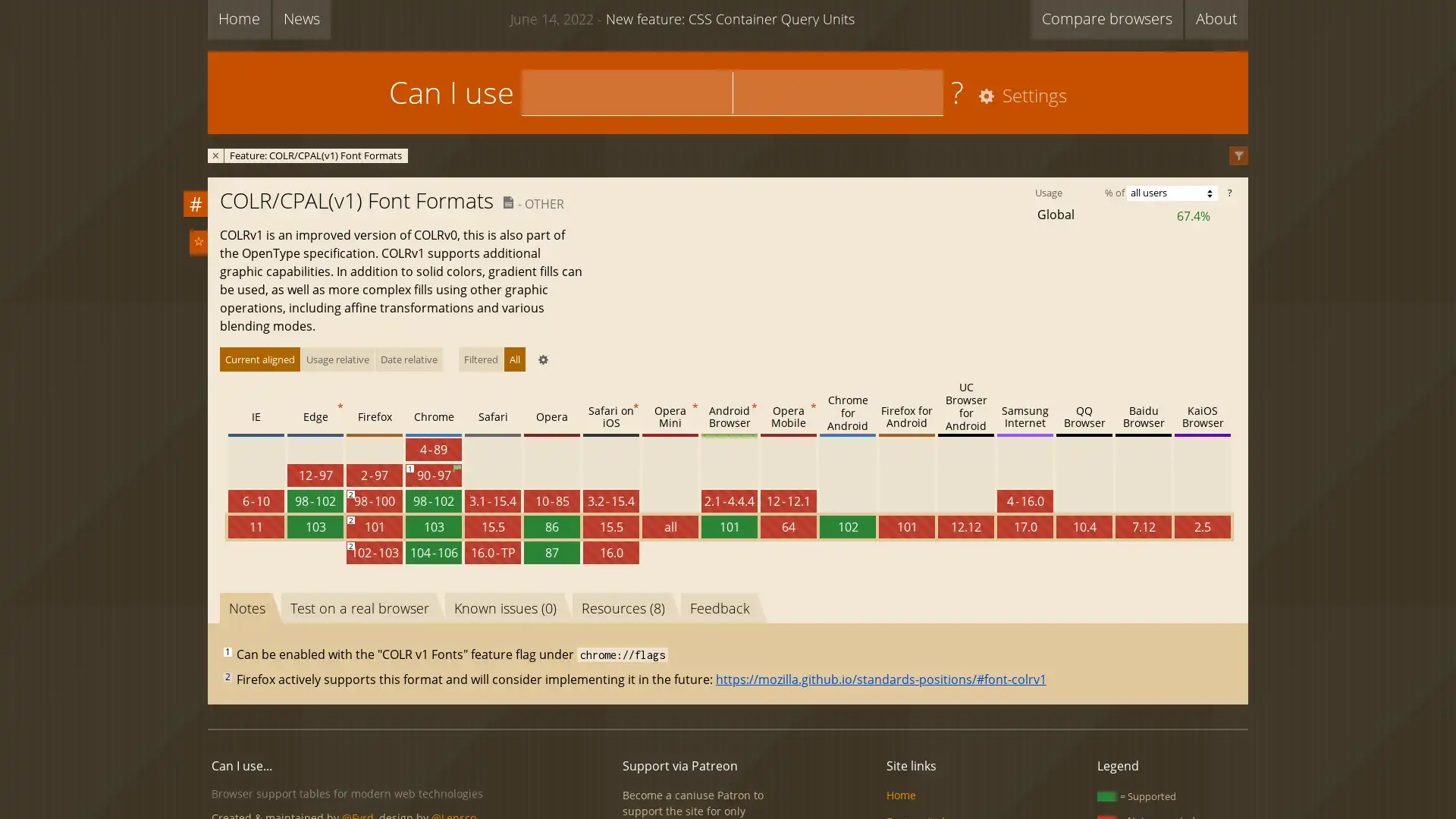 The image size is (1456, 819). What do you see at coordinates (514, 359) in the screenshot?
I see `All` at bounding box center [514, 359].